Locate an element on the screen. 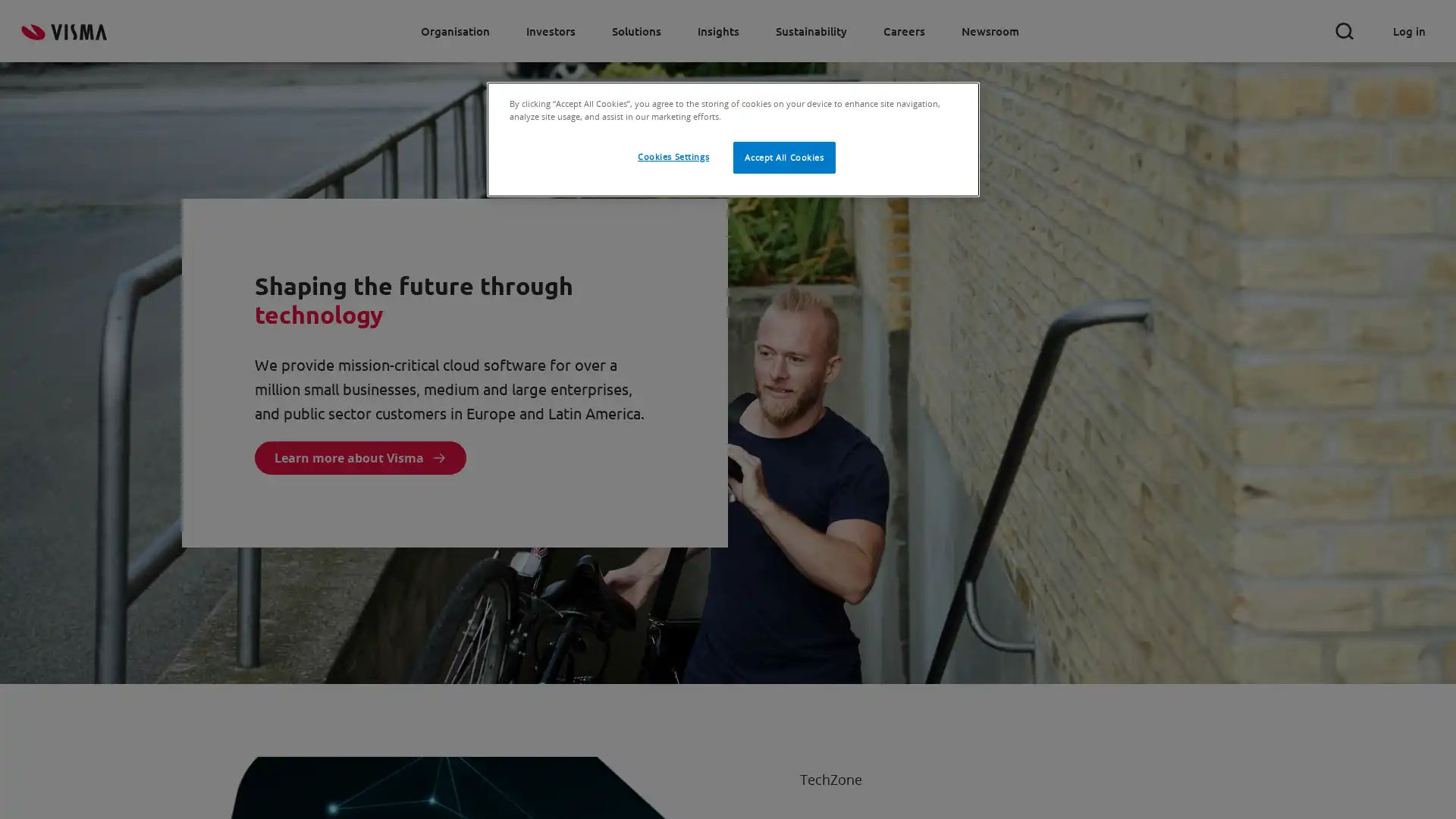  Cookies Settings is located at coordinates (672, 157).